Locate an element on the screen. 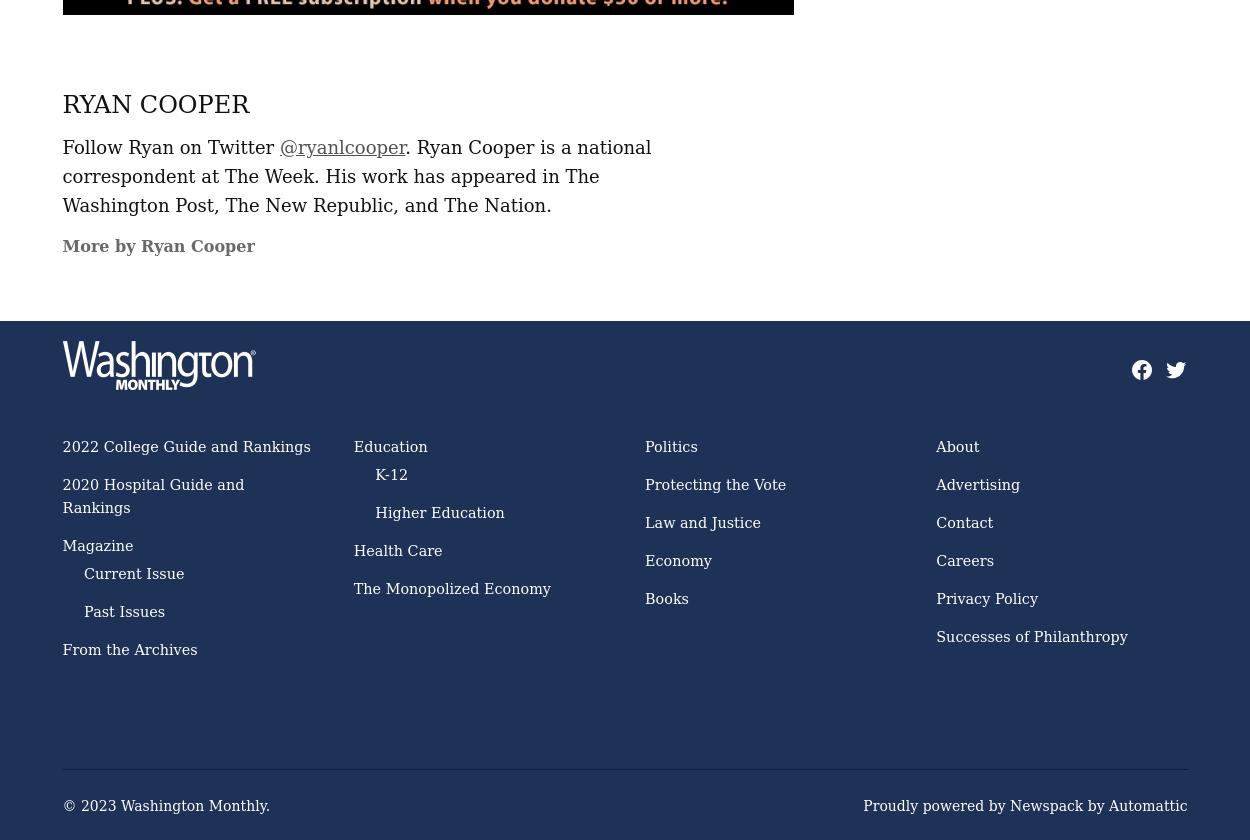  'Follow Ryan on Twitter' is located at coordinates (170, 147).